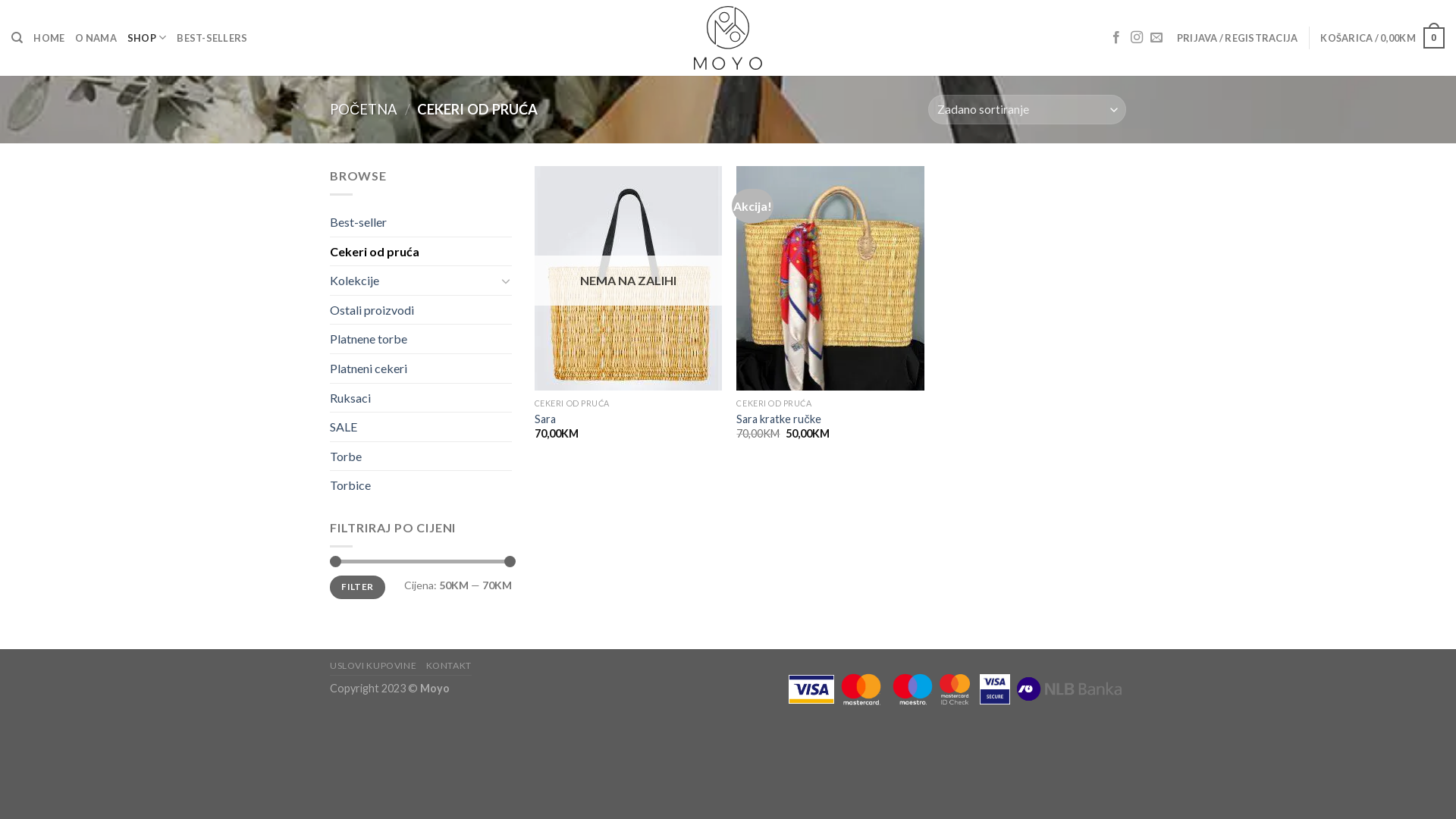 This screenshot has width=1456, height=819. I want to click on 'PRIJAVA / REGISTRACIJA', so click(1238, 37).